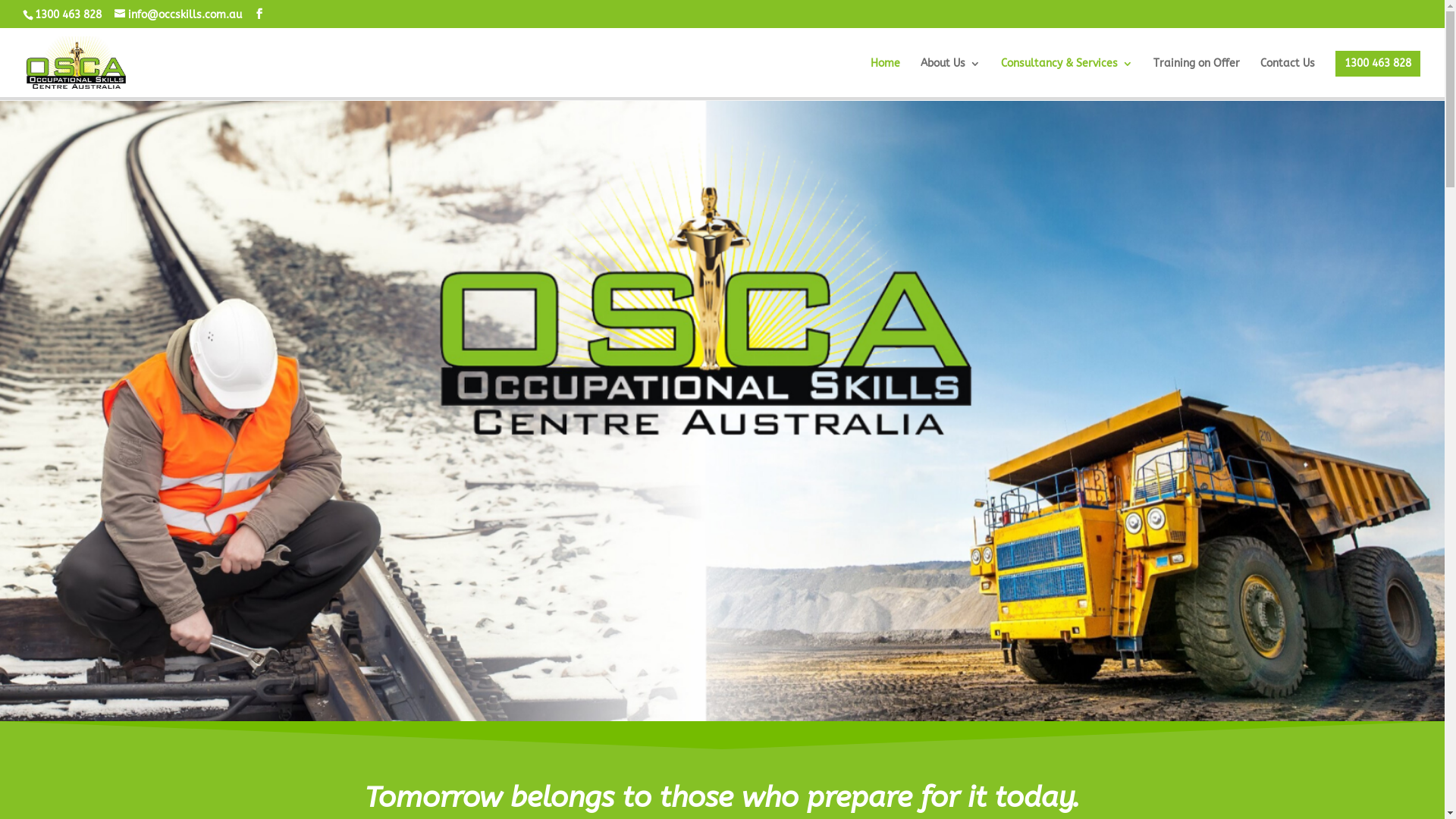  What do you see at coordinates (66, 14) in the screenshot?
I see `'1300 463 828'` at bounding box center [66, 14].